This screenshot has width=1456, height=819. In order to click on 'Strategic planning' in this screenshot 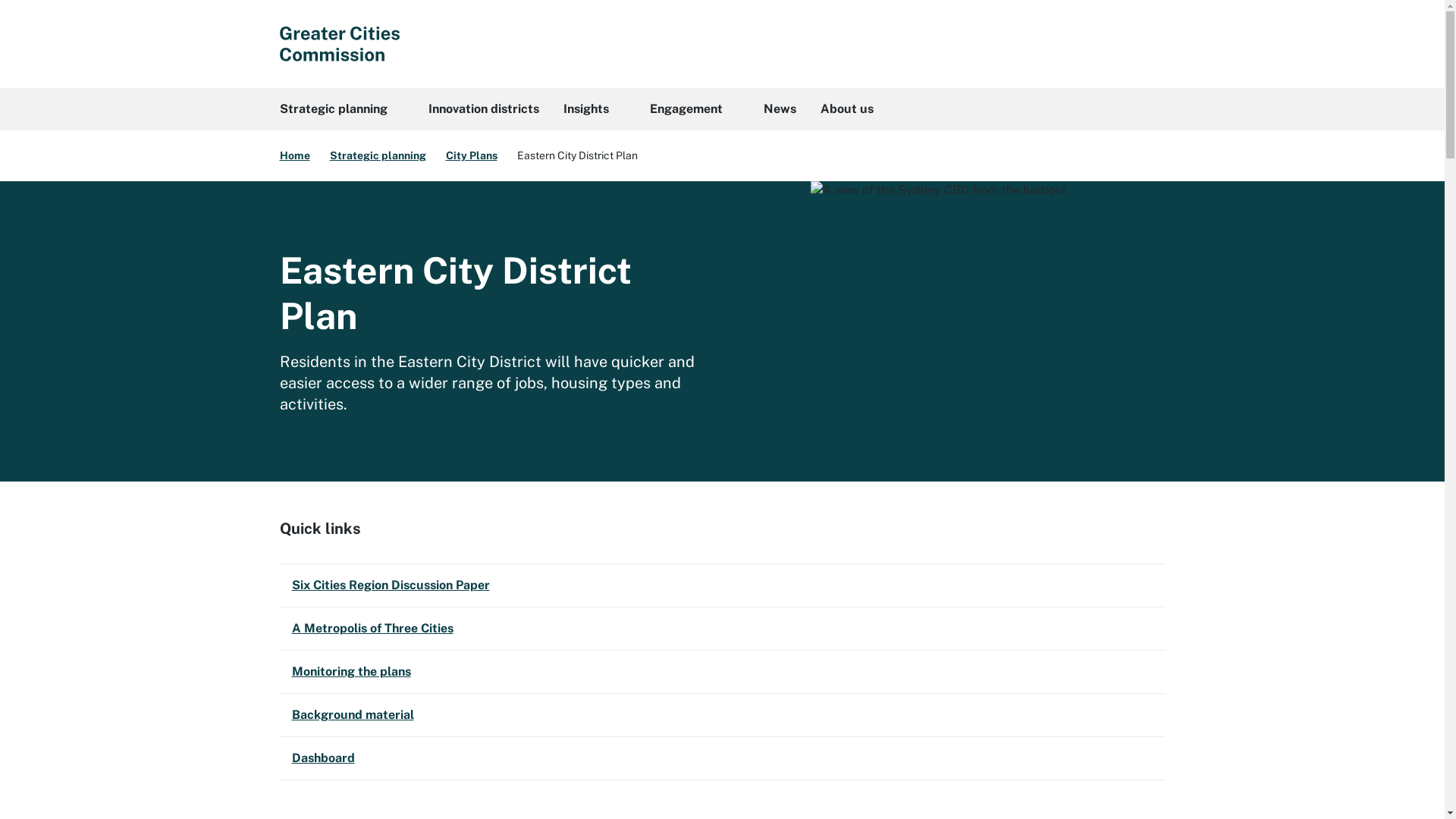, I will do `click(340, 108)`.